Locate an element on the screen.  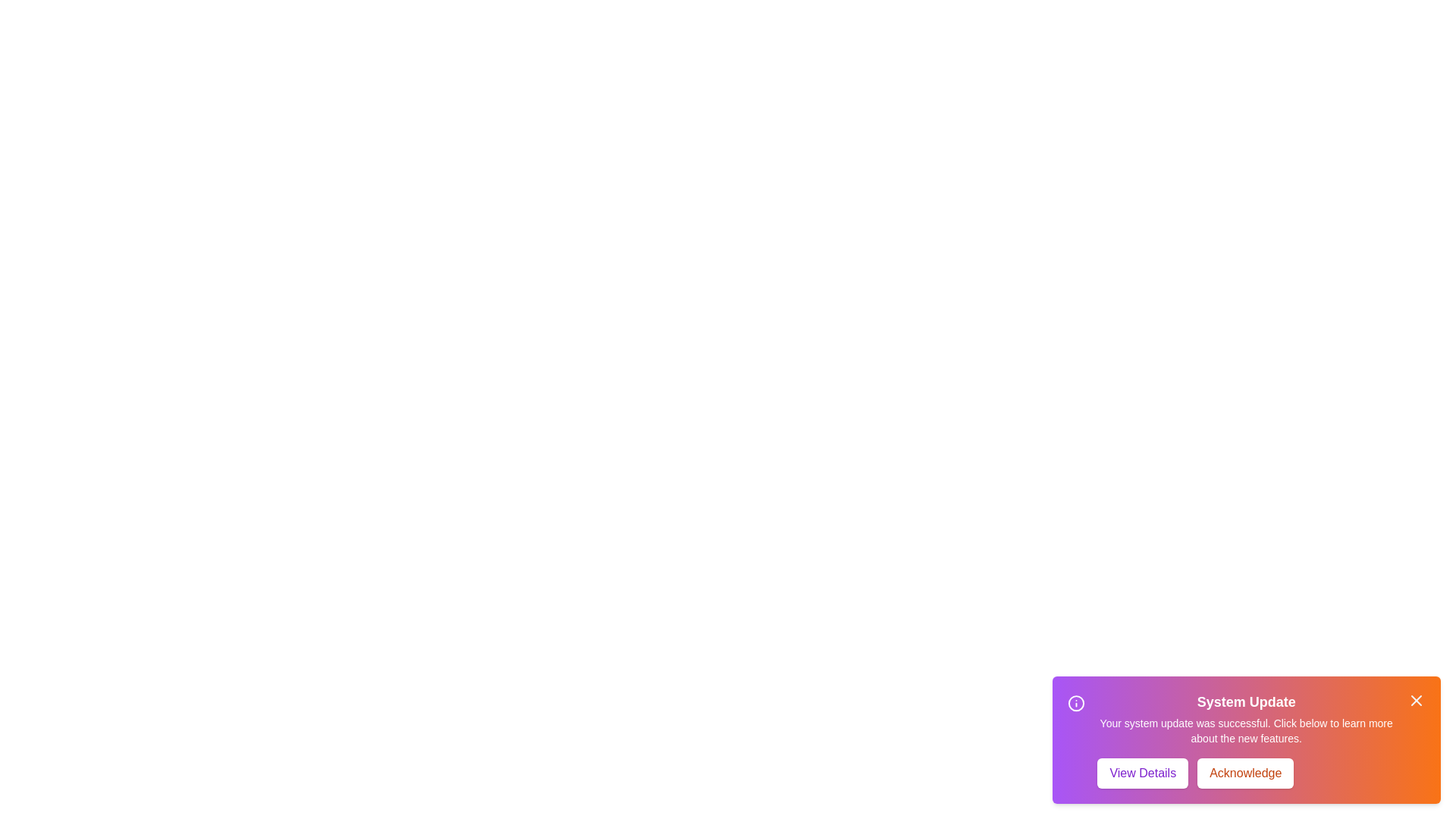
the Acknowledge button to perform the associated action is located at coordinates (1245, 773).